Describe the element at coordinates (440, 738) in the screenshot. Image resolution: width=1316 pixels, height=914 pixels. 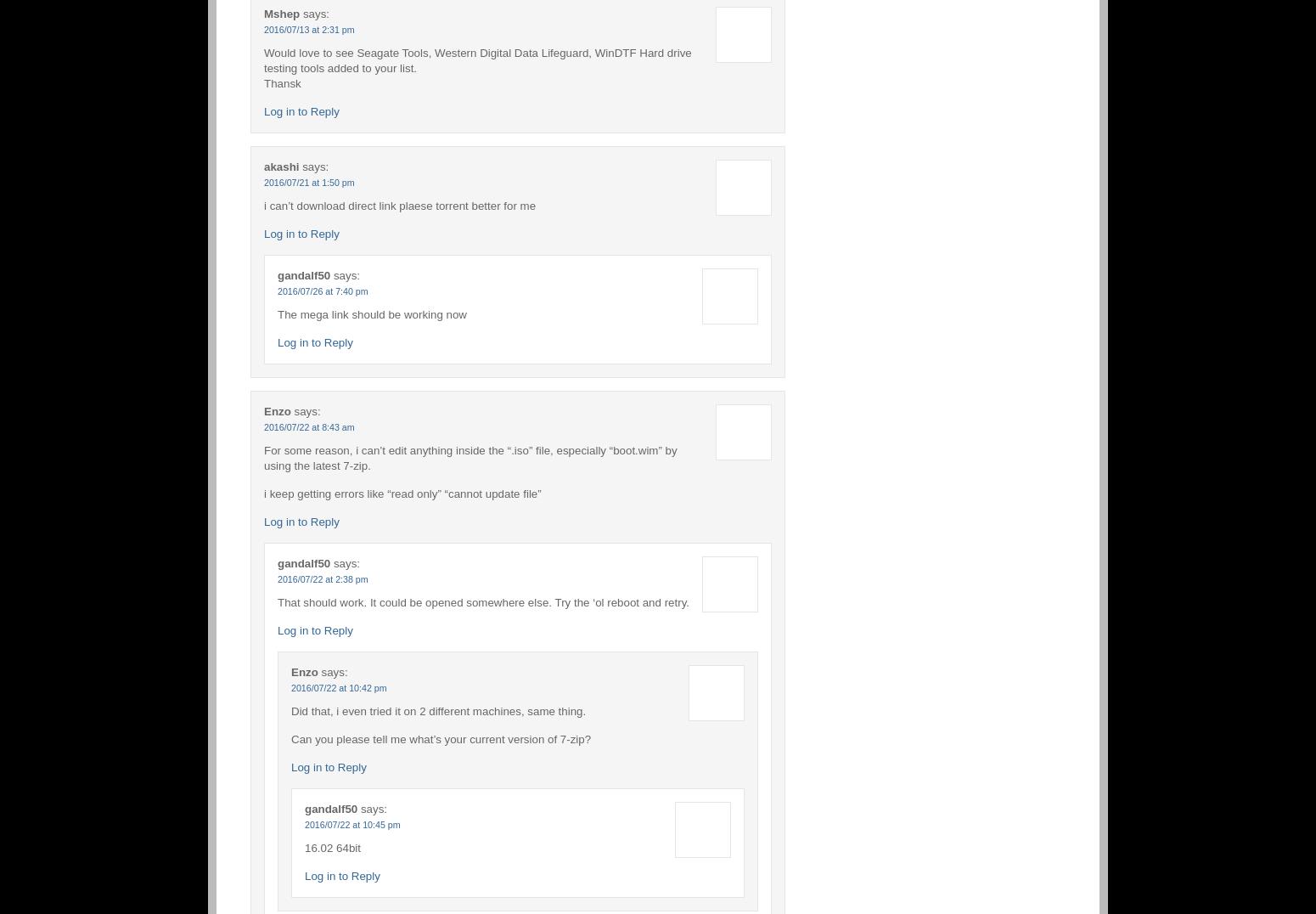
I see `'Can you please tell me what’s your current version of 7-zip?'` at that location.